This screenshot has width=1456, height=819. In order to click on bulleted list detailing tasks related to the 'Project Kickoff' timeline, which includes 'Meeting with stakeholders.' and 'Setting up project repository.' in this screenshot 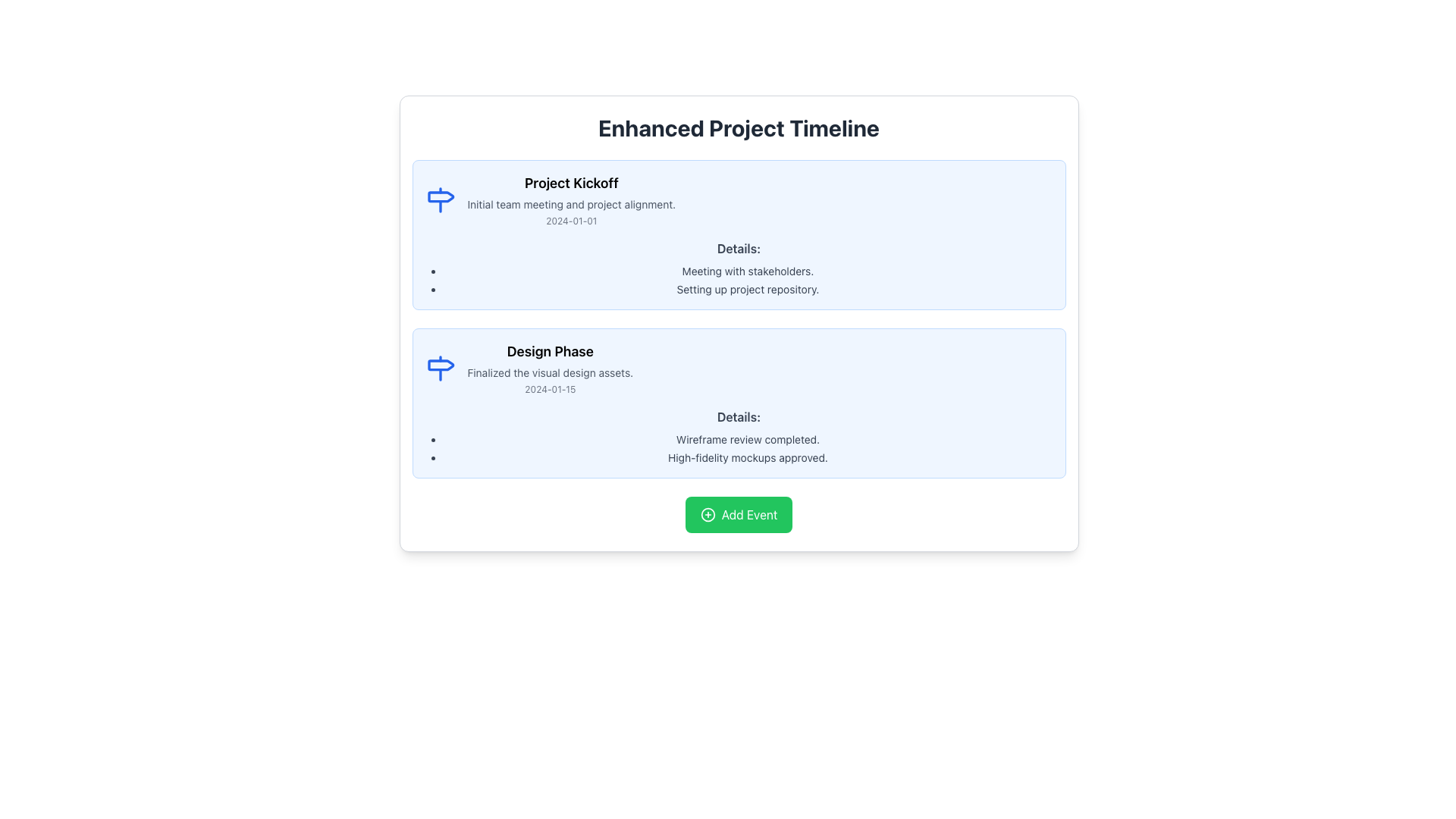, I will do `click(739, 281)`.